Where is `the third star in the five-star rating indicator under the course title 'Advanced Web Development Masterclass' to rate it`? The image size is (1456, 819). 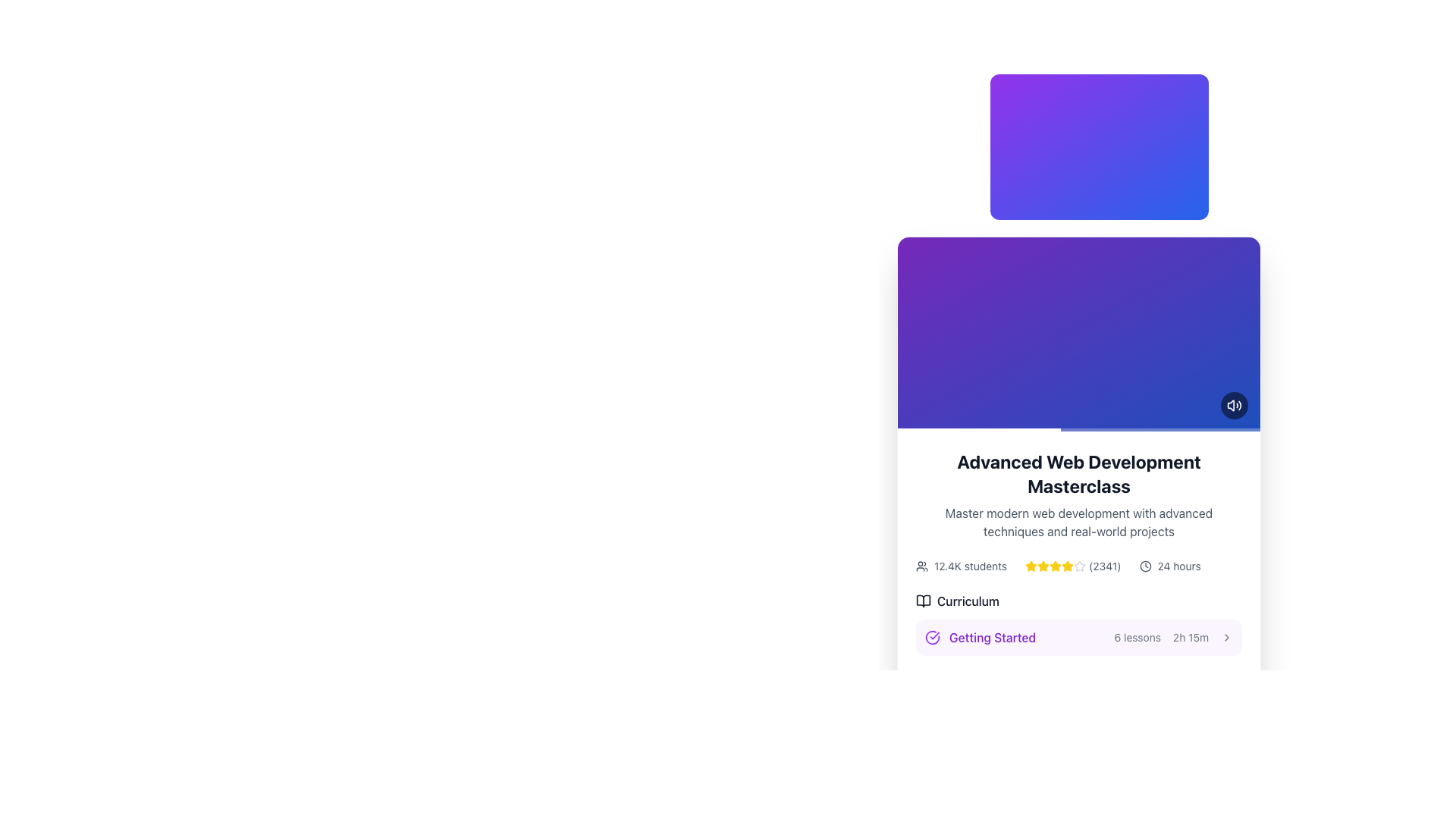
the third star in the five-star rating indicator under the course title 'Advanced Web Development Masterclass' to rate it is located at coordinates (1067, 566).